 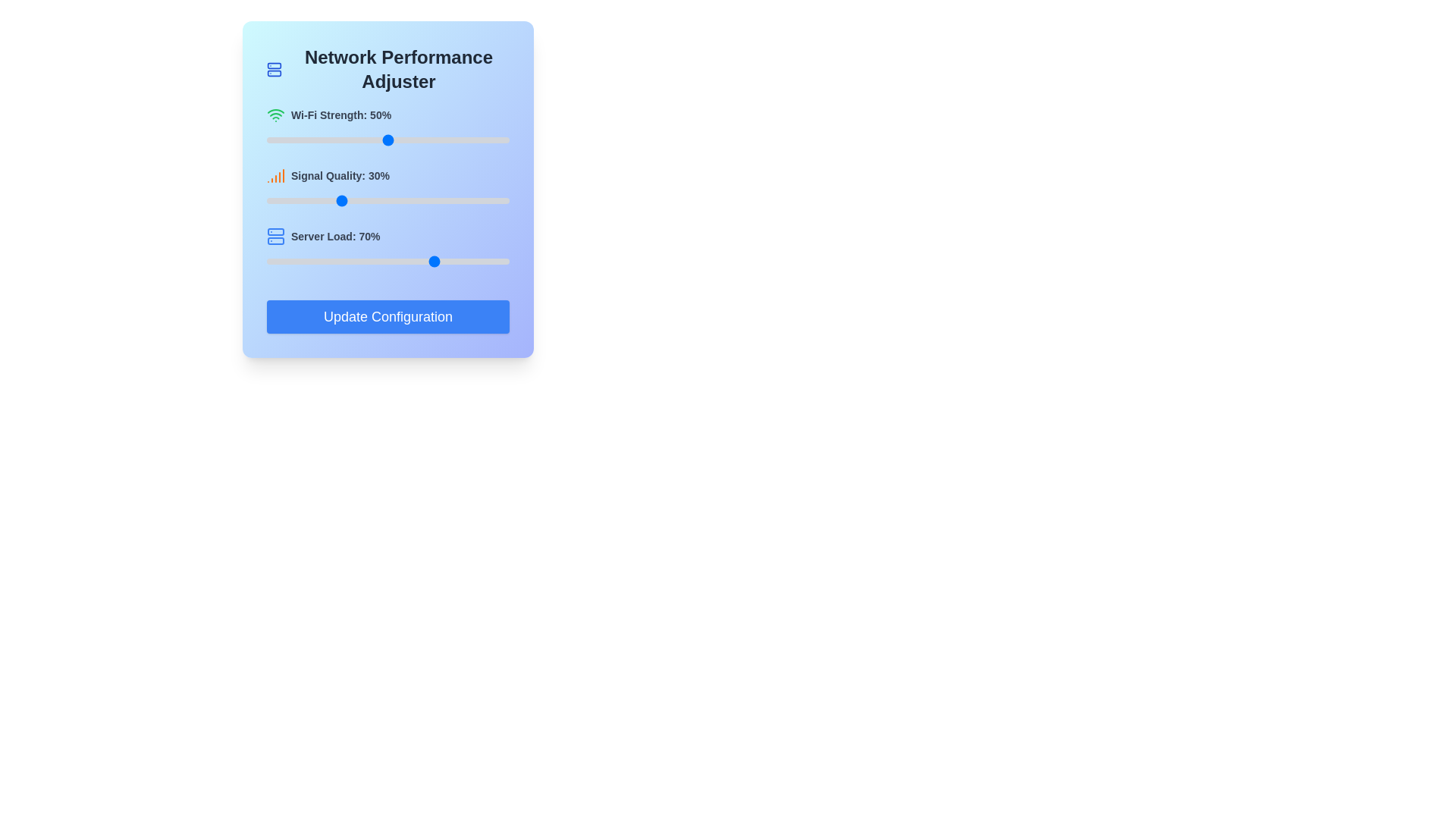 What do you see at coordinates (358, 200) in the screenshot?
I see `signal quality` at bounding box center [358, 200].